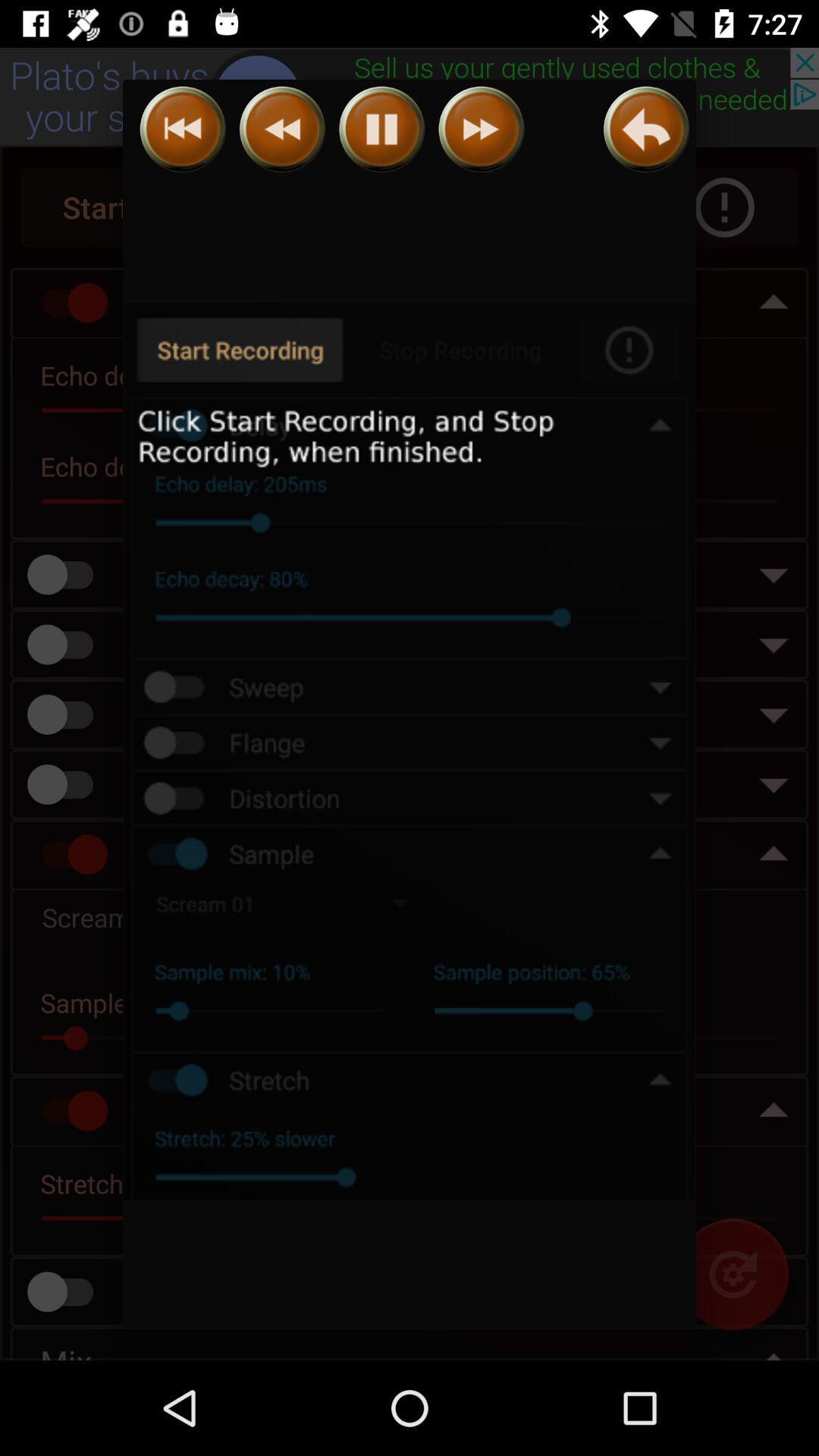  Describe the element at coordinates (182, 129) in the screenshot. I see `the item at the top left corner` at that location.